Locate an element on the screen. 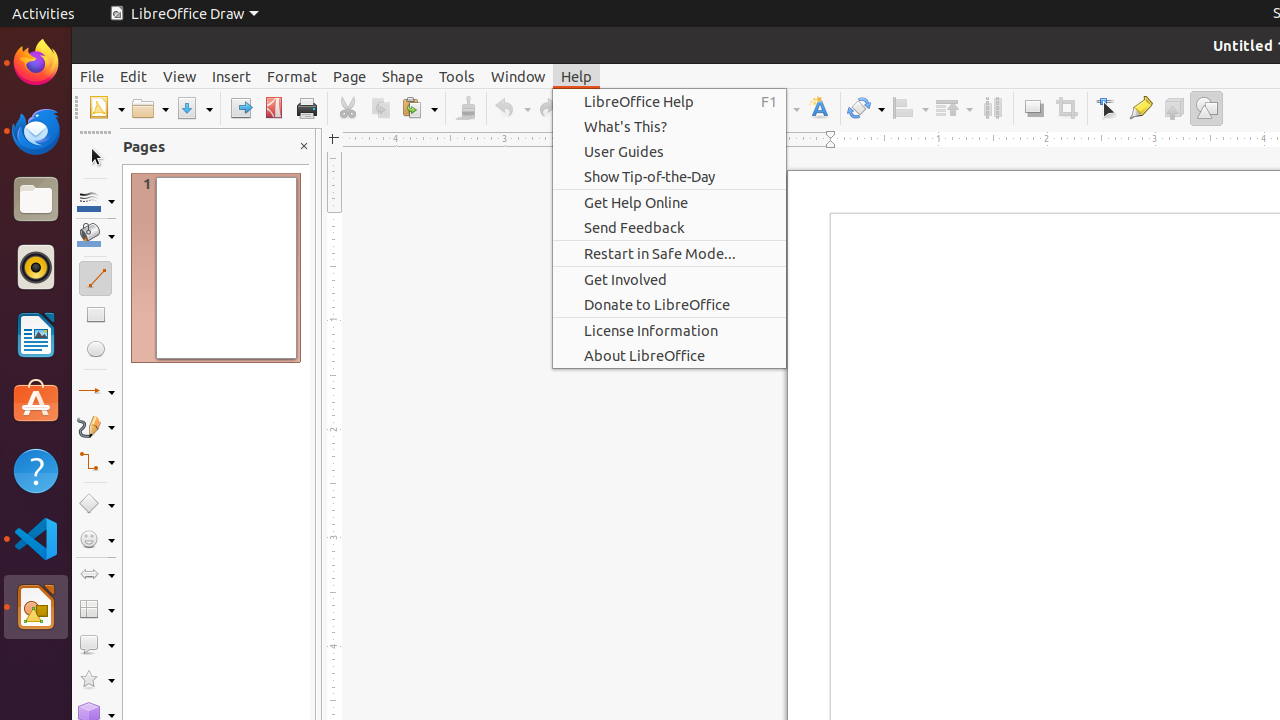 This screenshot has height=720, width=1280. 'Export' is located at coordinates (240, 108).